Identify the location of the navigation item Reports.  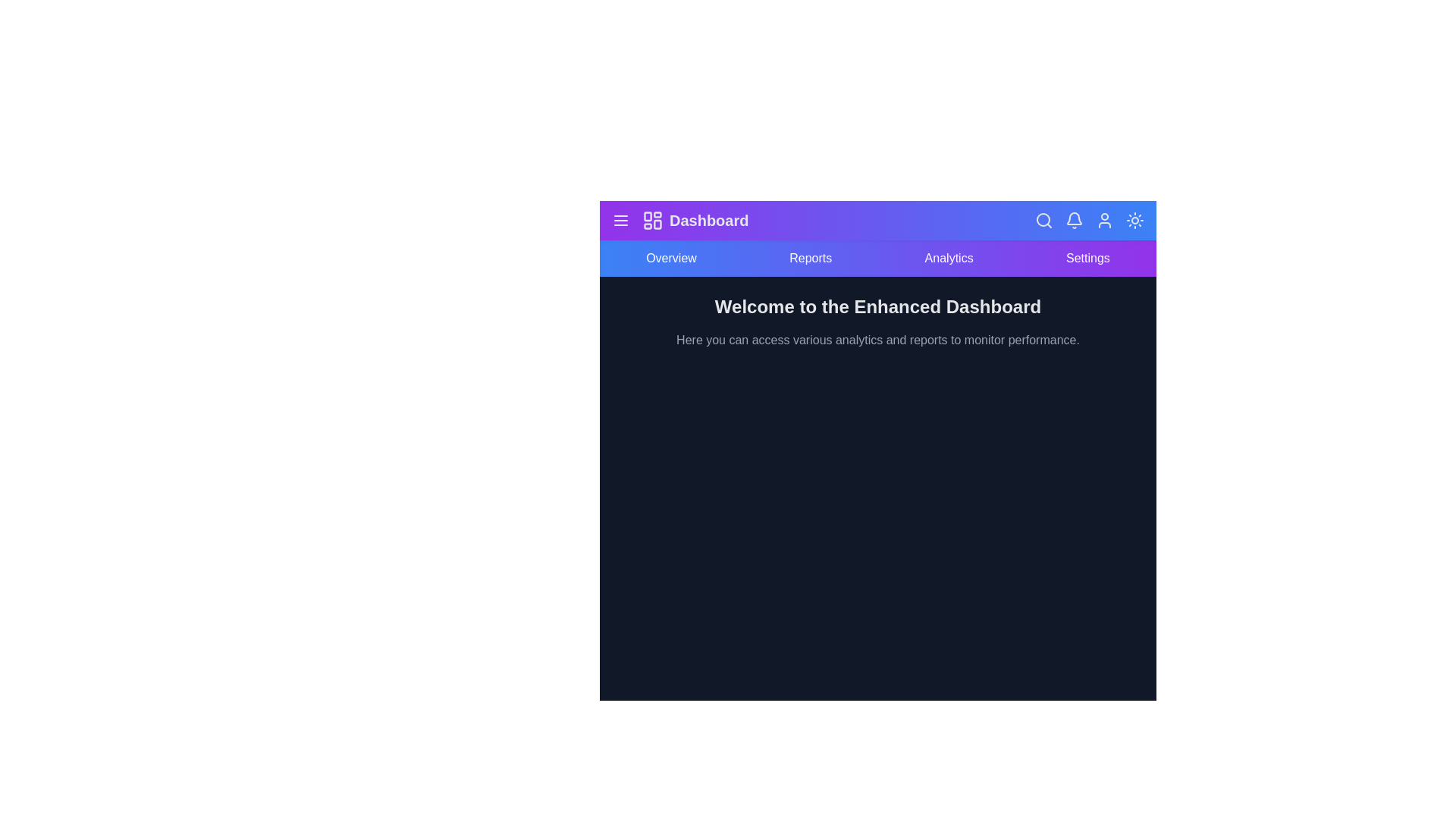
(810, 257).